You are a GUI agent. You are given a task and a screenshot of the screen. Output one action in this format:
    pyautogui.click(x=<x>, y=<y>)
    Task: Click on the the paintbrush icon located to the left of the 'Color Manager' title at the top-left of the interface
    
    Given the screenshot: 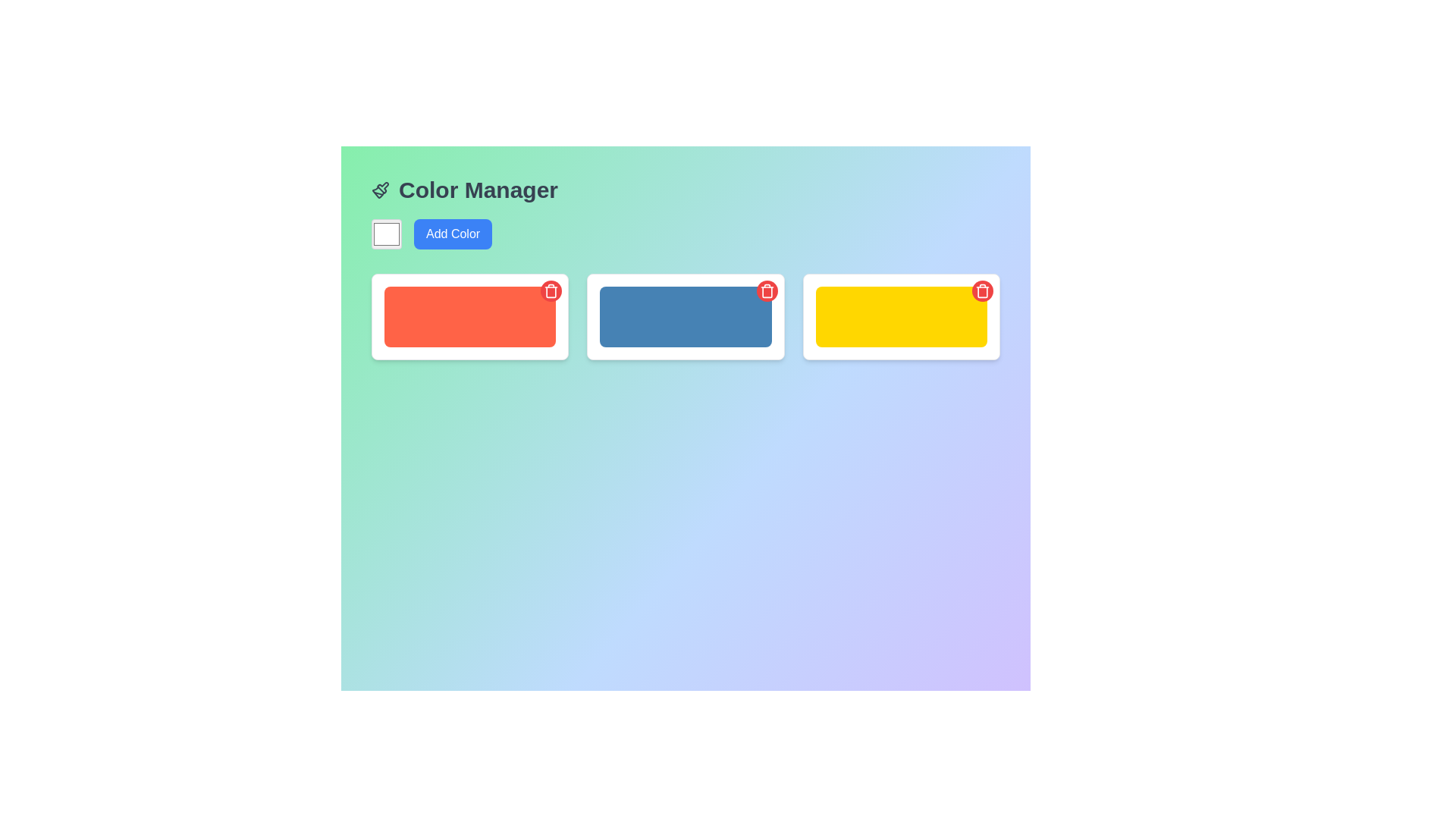 What is the action you would take?
    pyautogui.click(x=381, y=189)
    